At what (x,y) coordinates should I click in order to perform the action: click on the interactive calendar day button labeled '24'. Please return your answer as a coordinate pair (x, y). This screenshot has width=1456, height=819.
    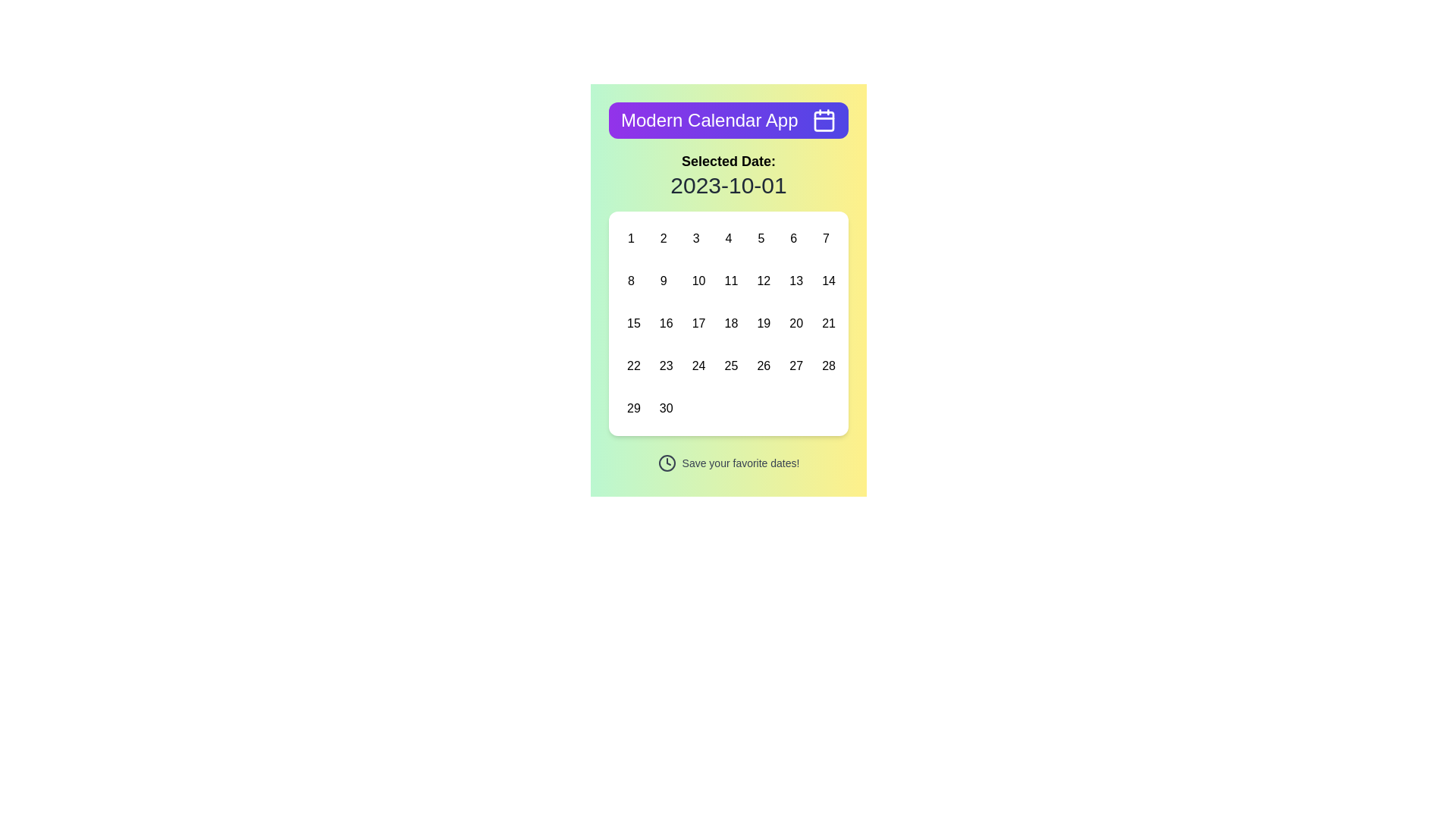
    Looking at the image, I should click on (695, 366).